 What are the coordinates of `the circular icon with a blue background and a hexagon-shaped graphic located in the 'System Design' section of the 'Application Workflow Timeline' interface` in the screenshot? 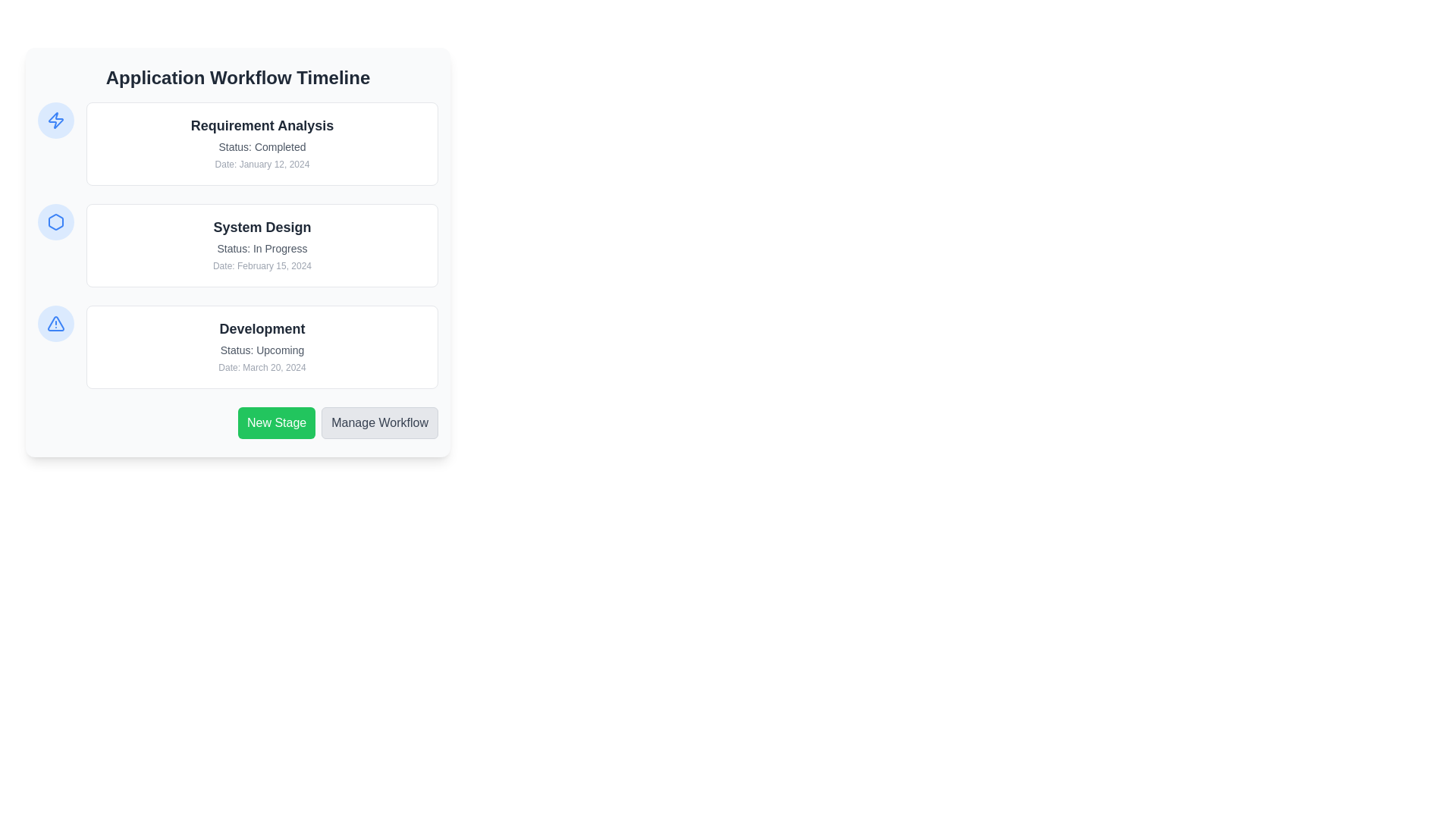 It's located at (55, 222).